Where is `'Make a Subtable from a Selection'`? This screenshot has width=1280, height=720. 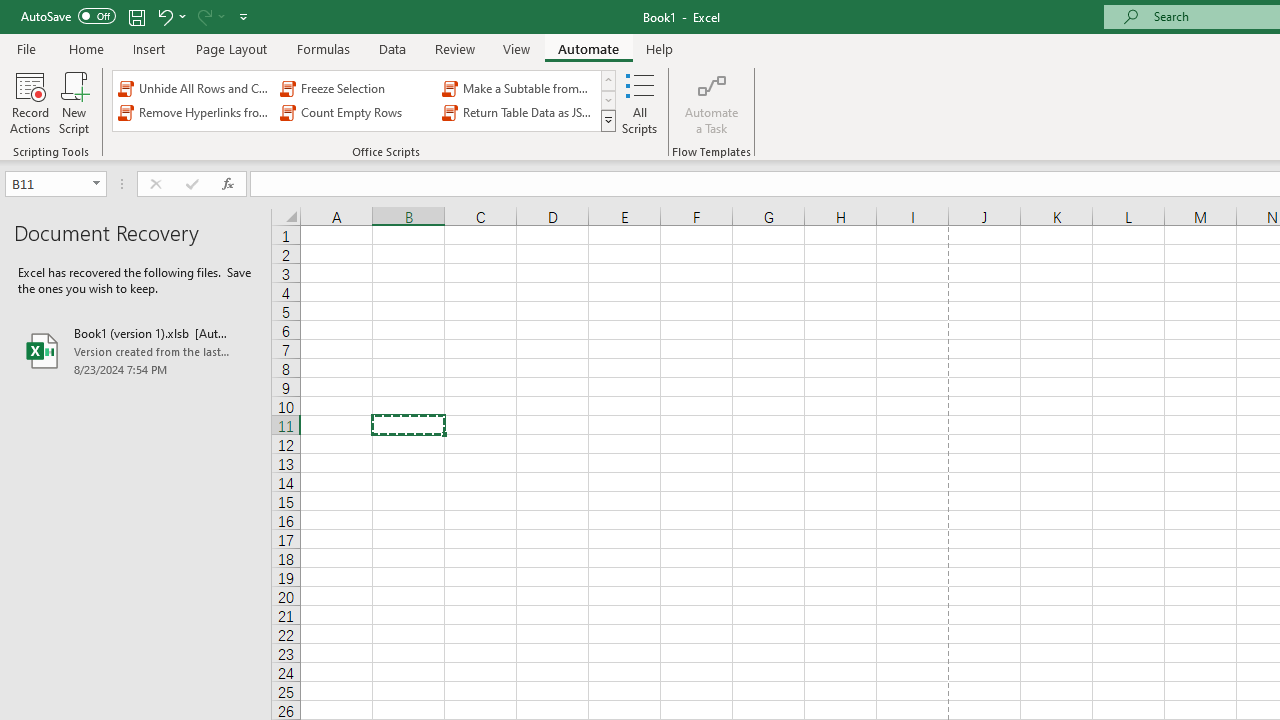
'Make a Subtable from a Selection' is located at coordinates (519, 87).